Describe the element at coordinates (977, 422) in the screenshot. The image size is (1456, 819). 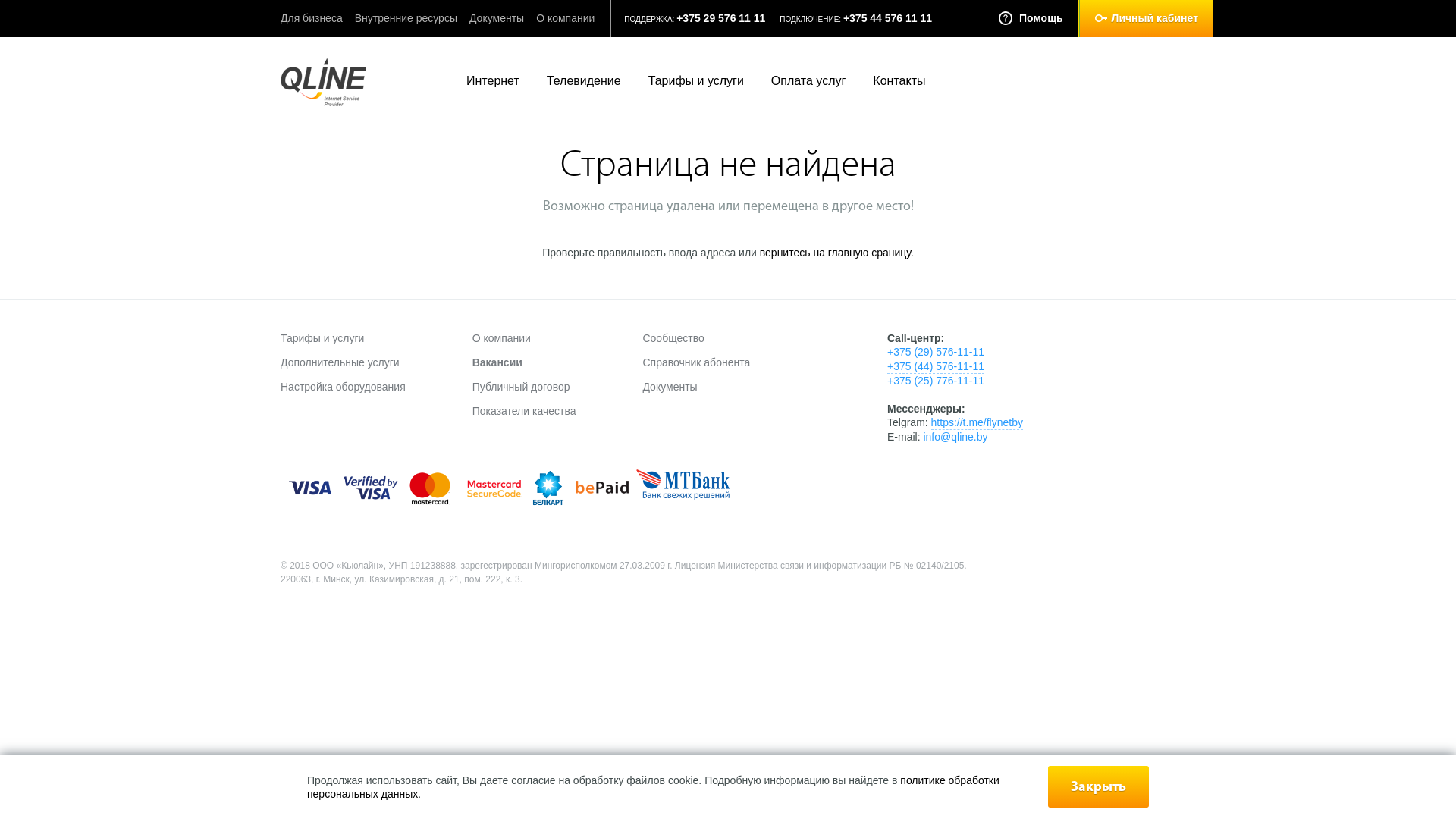
I see `'https://t.me/flynetby'` at that location.